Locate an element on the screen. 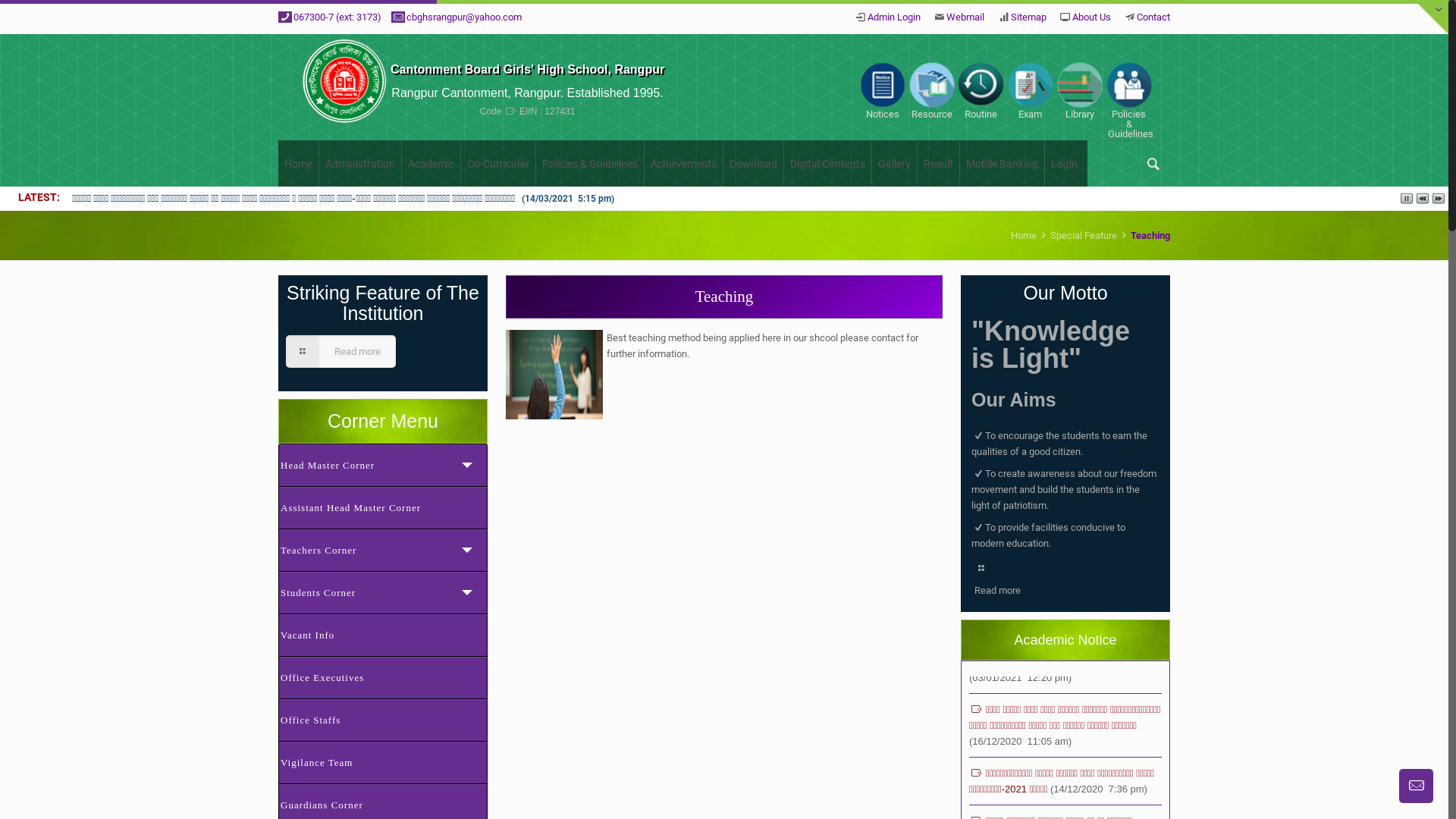 The image size is (1456, 819). 'Vacant Info' is located at coordinates (382, 635).